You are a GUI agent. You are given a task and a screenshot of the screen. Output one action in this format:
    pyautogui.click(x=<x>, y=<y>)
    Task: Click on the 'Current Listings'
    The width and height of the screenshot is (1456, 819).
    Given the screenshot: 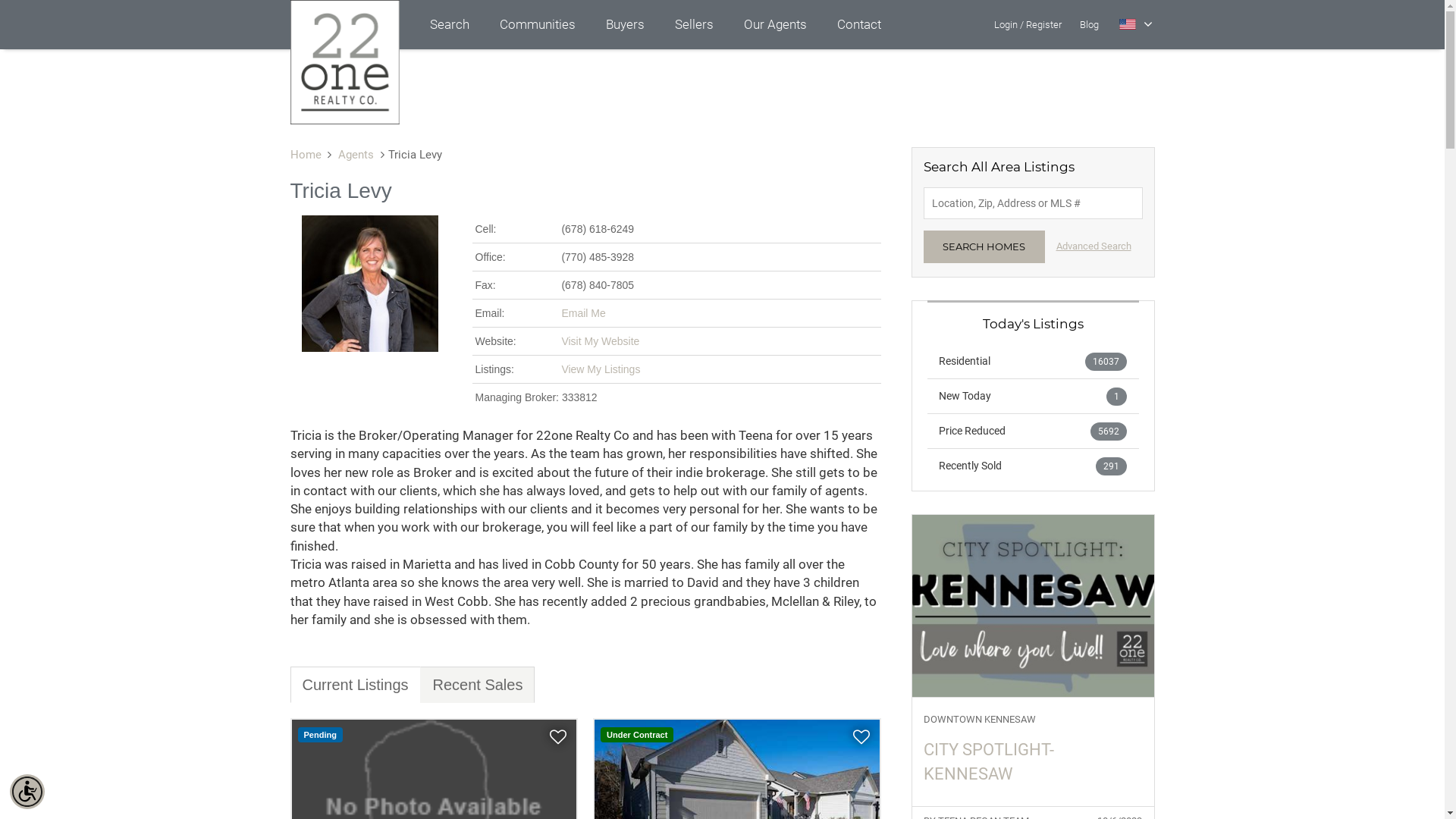 What is the action you would take?
    pyautogui.click(x=290, y=684)
    